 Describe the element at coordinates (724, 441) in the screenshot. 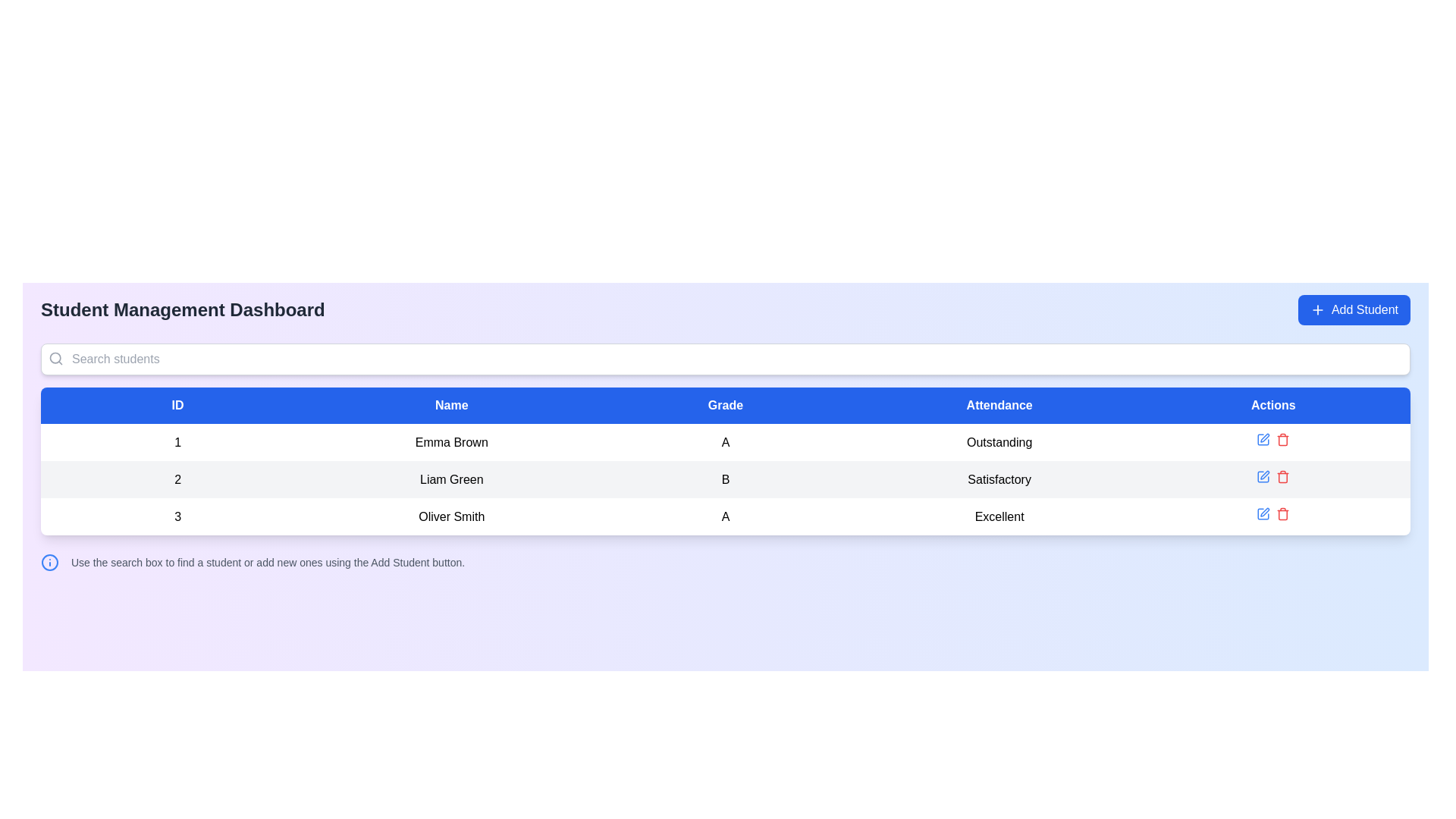

I see `the first row of the student management dashboard table containing ID '1', Name 'Emma Brown', Grade 'A', and Attendance 'Outstanding' for keyboard navigation` at that location.